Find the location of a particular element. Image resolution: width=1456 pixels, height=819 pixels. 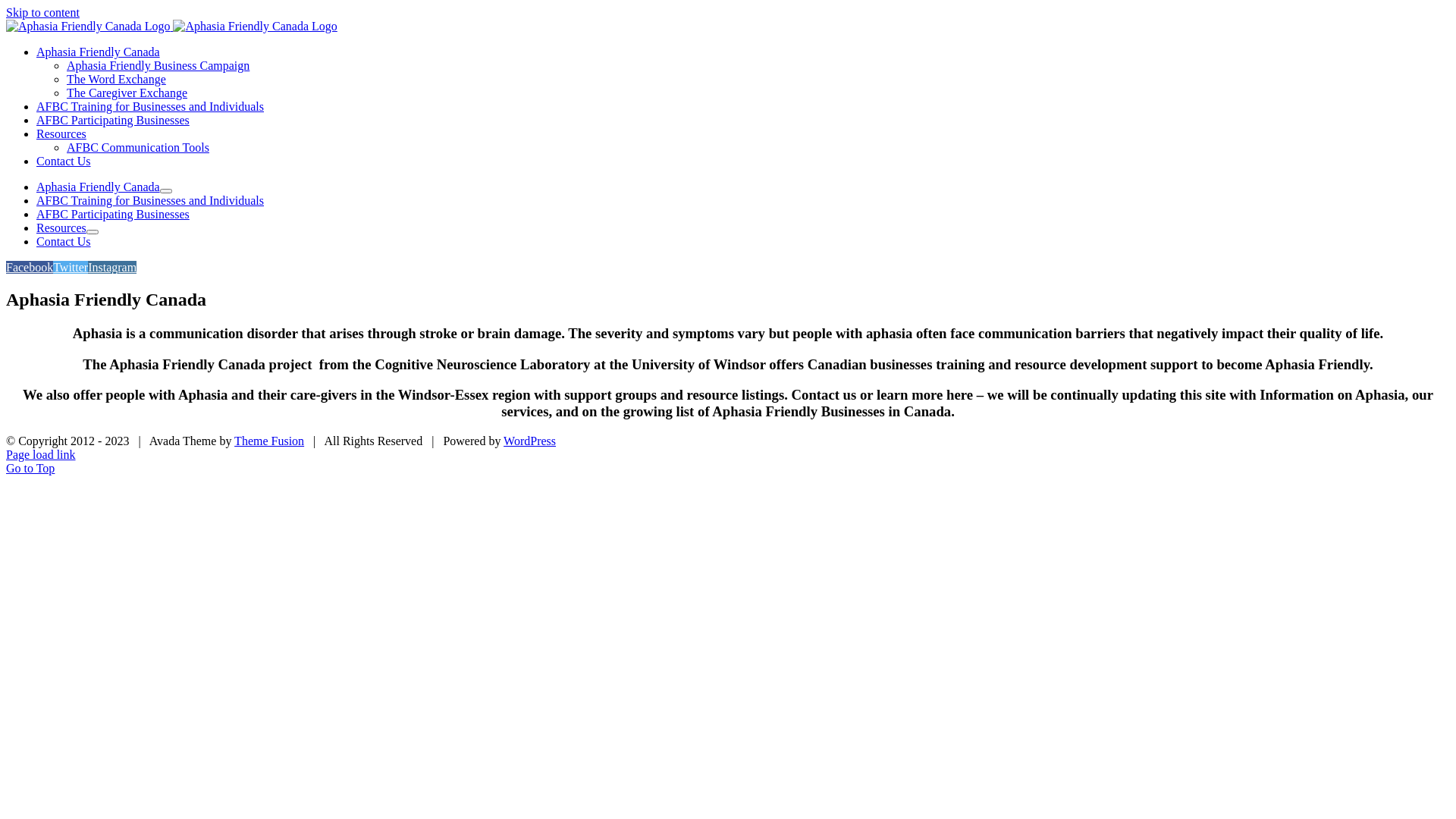

'The Word Exchange' is located at coordinates (115, 79).